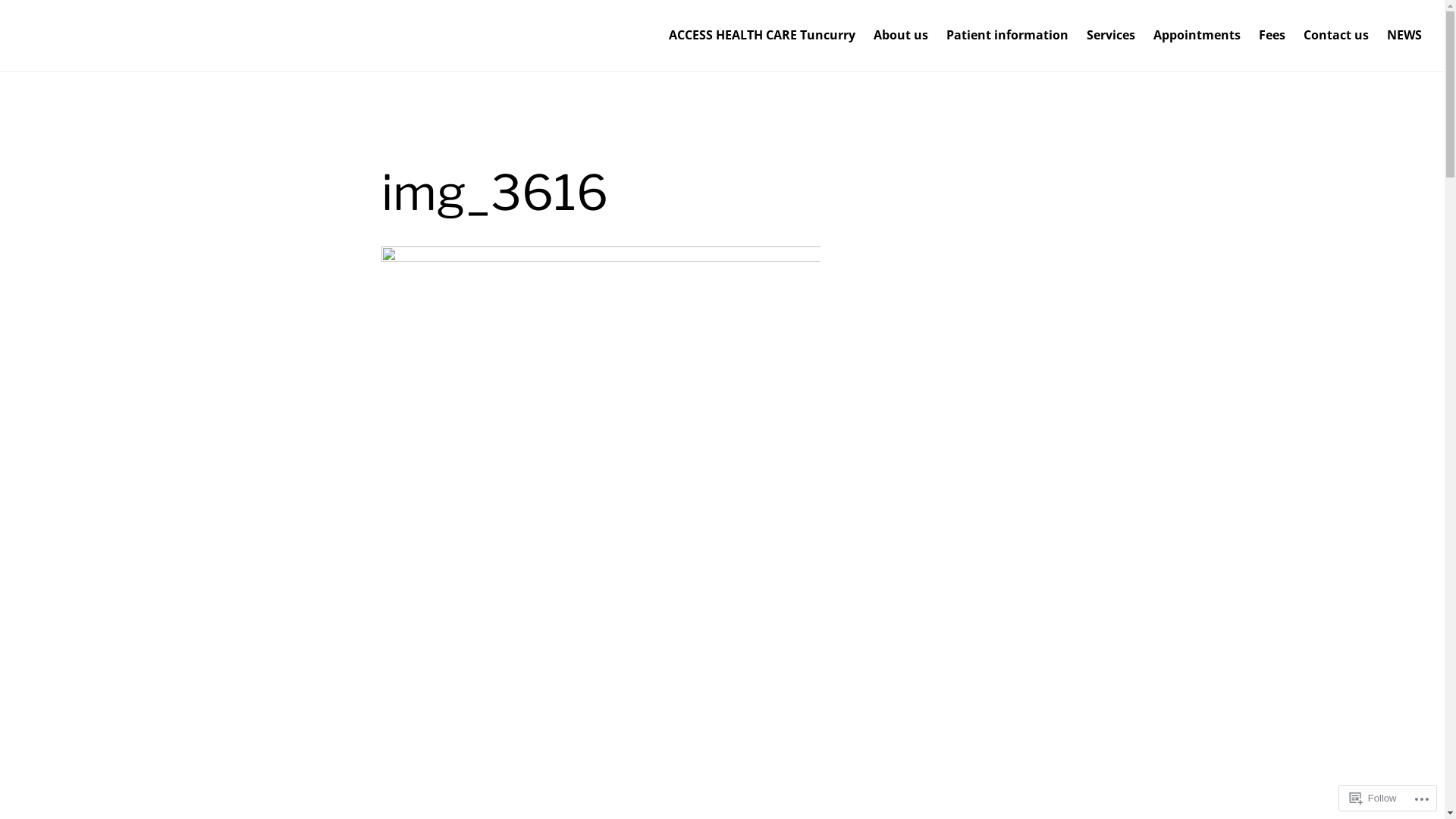 The height and width of the screenshot is (819, 1456). I want to click on 'Appointments', so click(1153, 34).